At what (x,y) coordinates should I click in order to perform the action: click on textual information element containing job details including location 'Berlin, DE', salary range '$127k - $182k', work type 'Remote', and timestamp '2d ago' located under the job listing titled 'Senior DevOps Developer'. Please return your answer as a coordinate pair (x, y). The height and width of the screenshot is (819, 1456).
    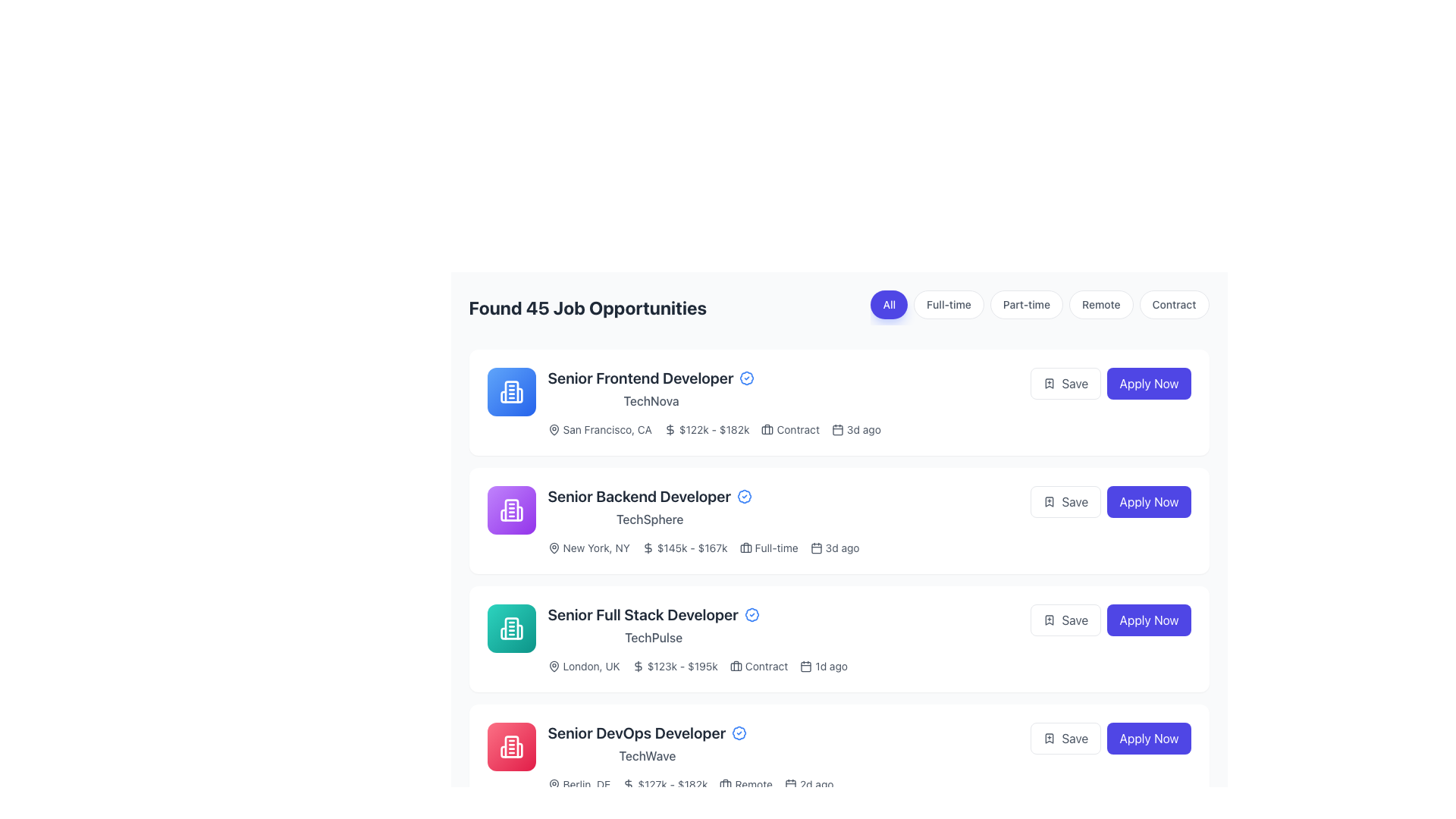
    Looking at the image, I should click on (869, 784).